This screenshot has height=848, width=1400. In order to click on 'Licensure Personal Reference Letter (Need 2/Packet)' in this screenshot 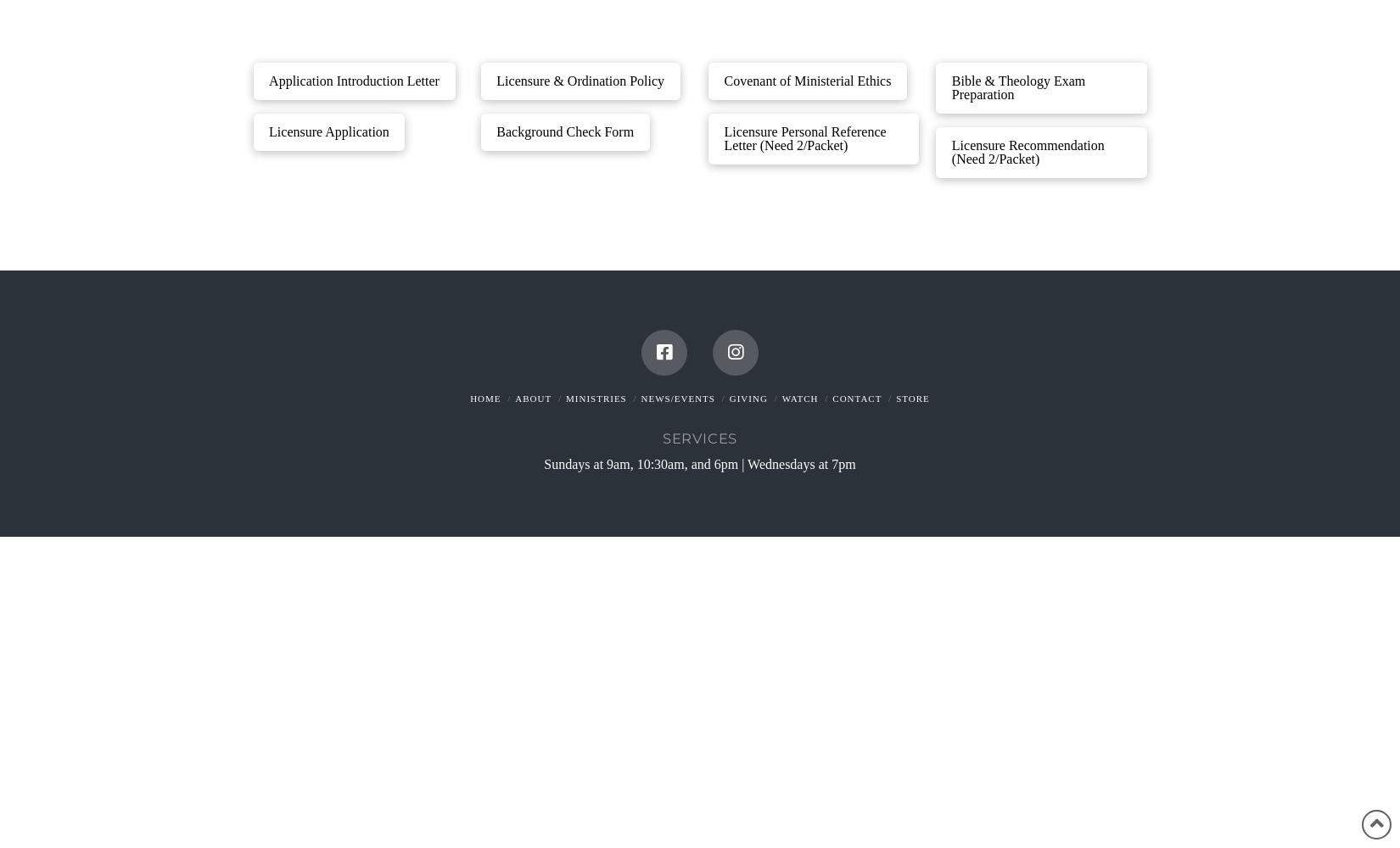, I will do `click(804, 138)`.